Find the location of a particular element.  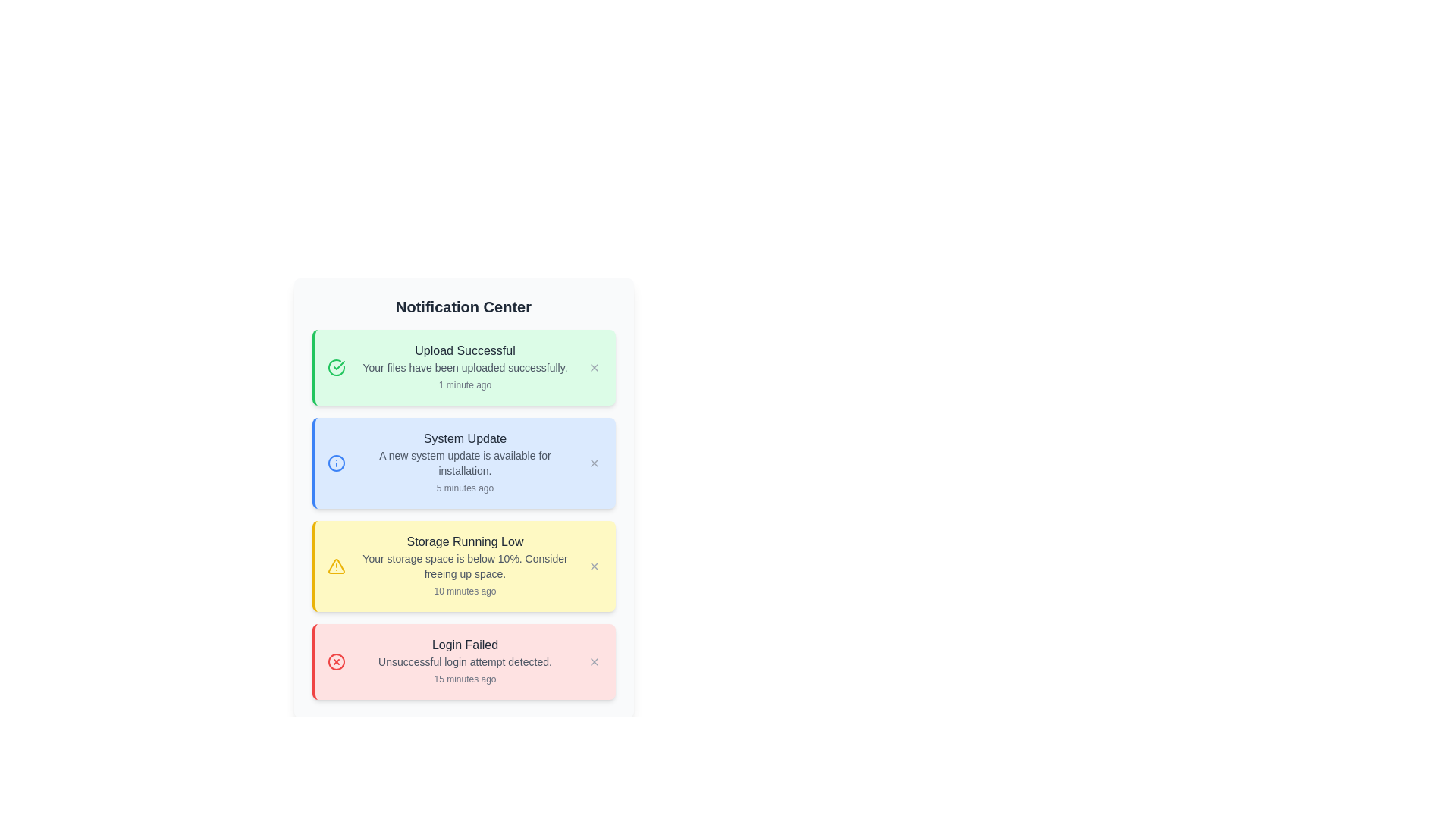

the text label displaying '10 minutes ago' located at the bottom-right of the third notification card with a yellow background in the notification list is located at coordinates (464, 590).